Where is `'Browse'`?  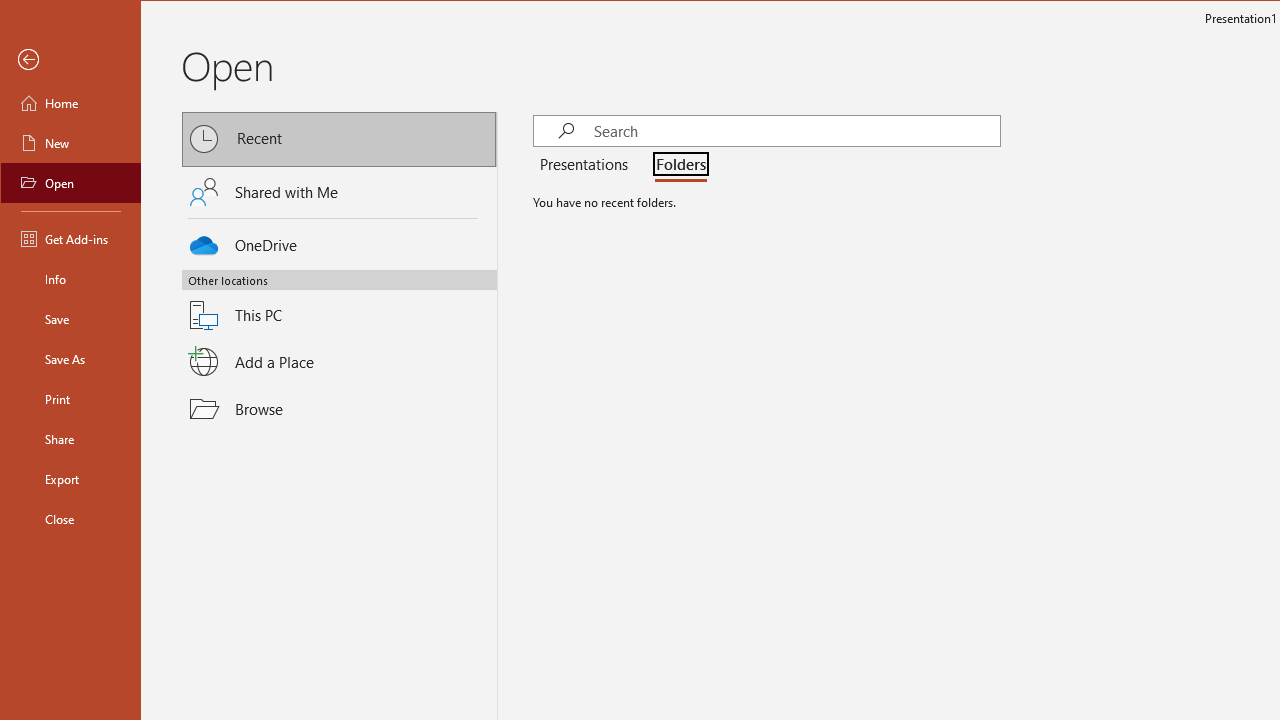
'Browse' is located at coordinates (339, 408).